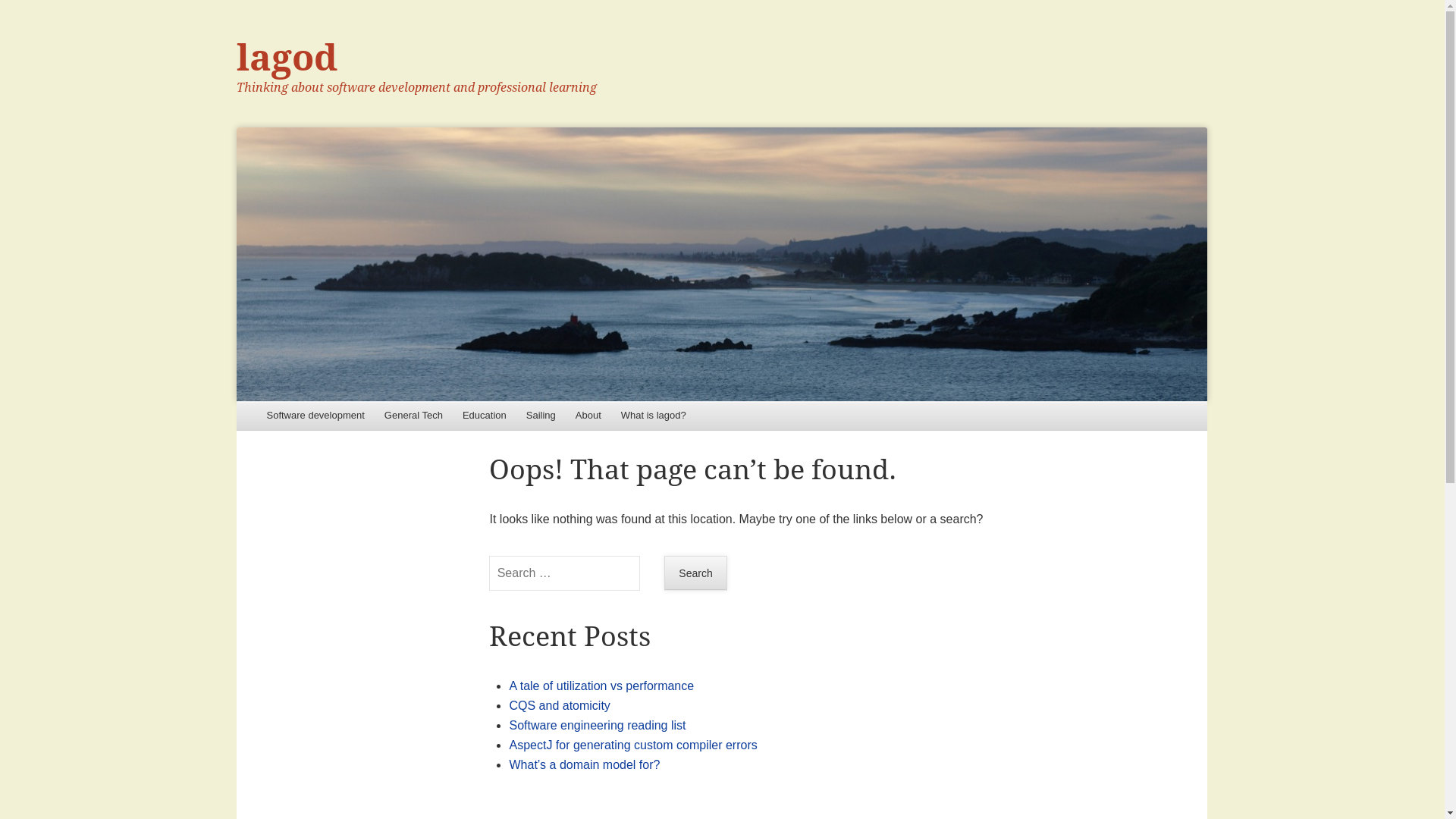  I want to click on 'CQS and atomicity', so click(558, 705).